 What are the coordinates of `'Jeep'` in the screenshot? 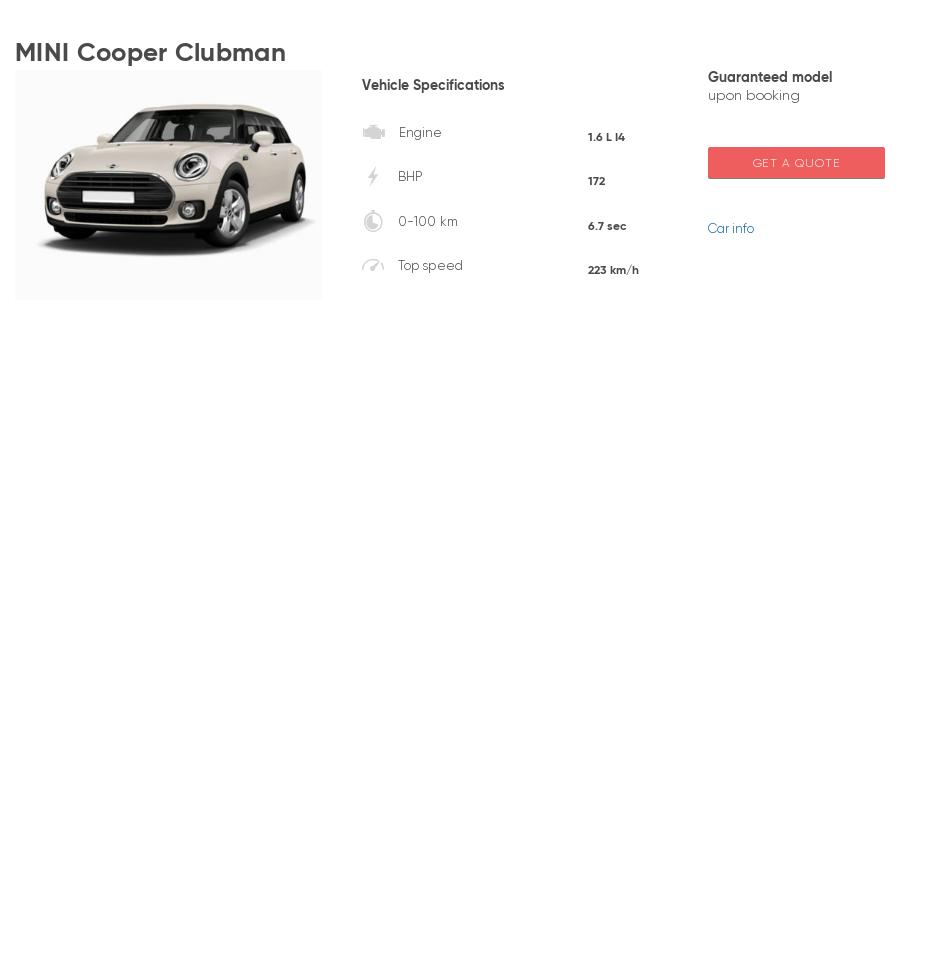 It's located at (784, 462).